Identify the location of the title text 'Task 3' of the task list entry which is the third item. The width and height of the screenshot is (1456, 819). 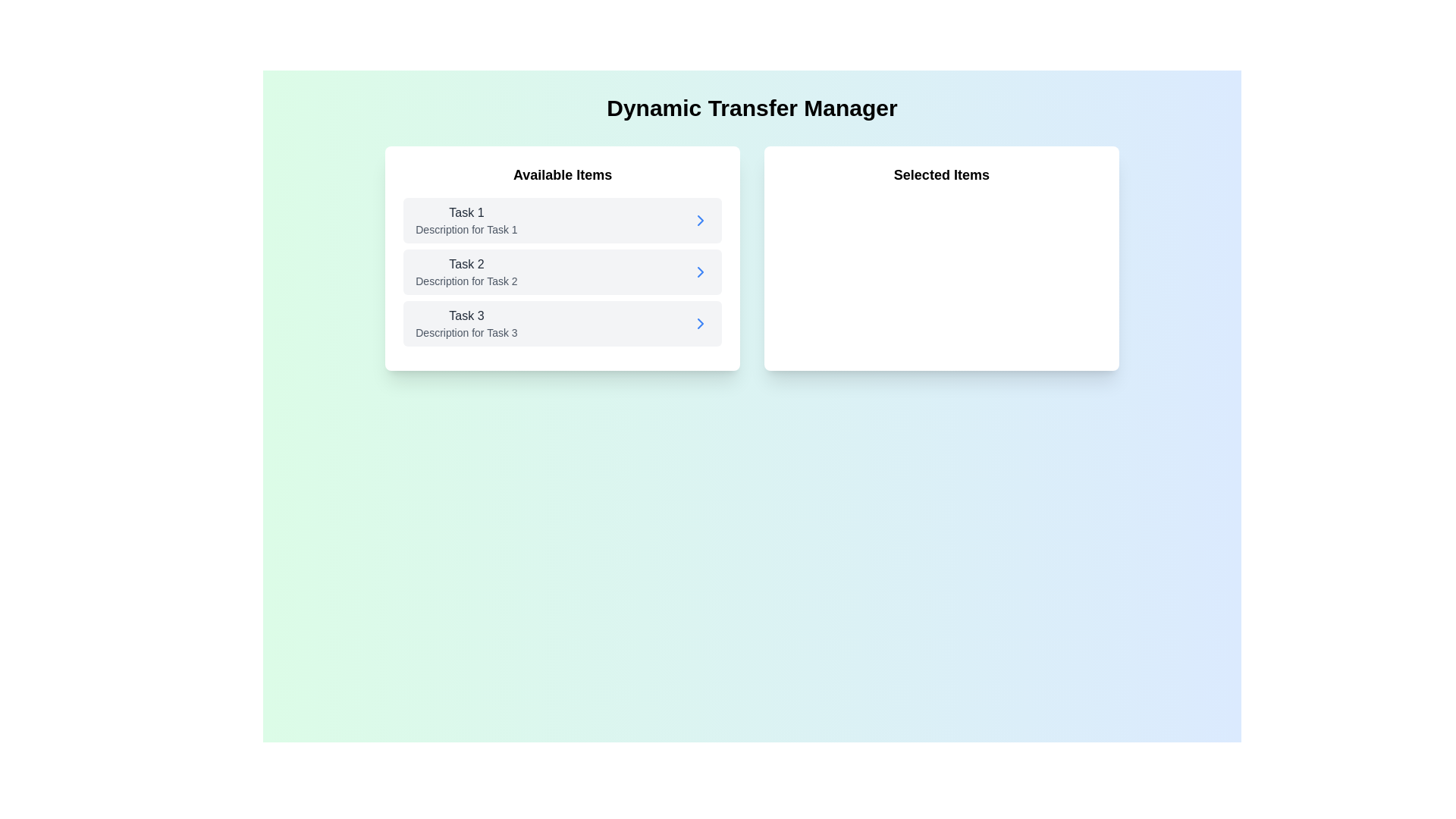
(466, 323).